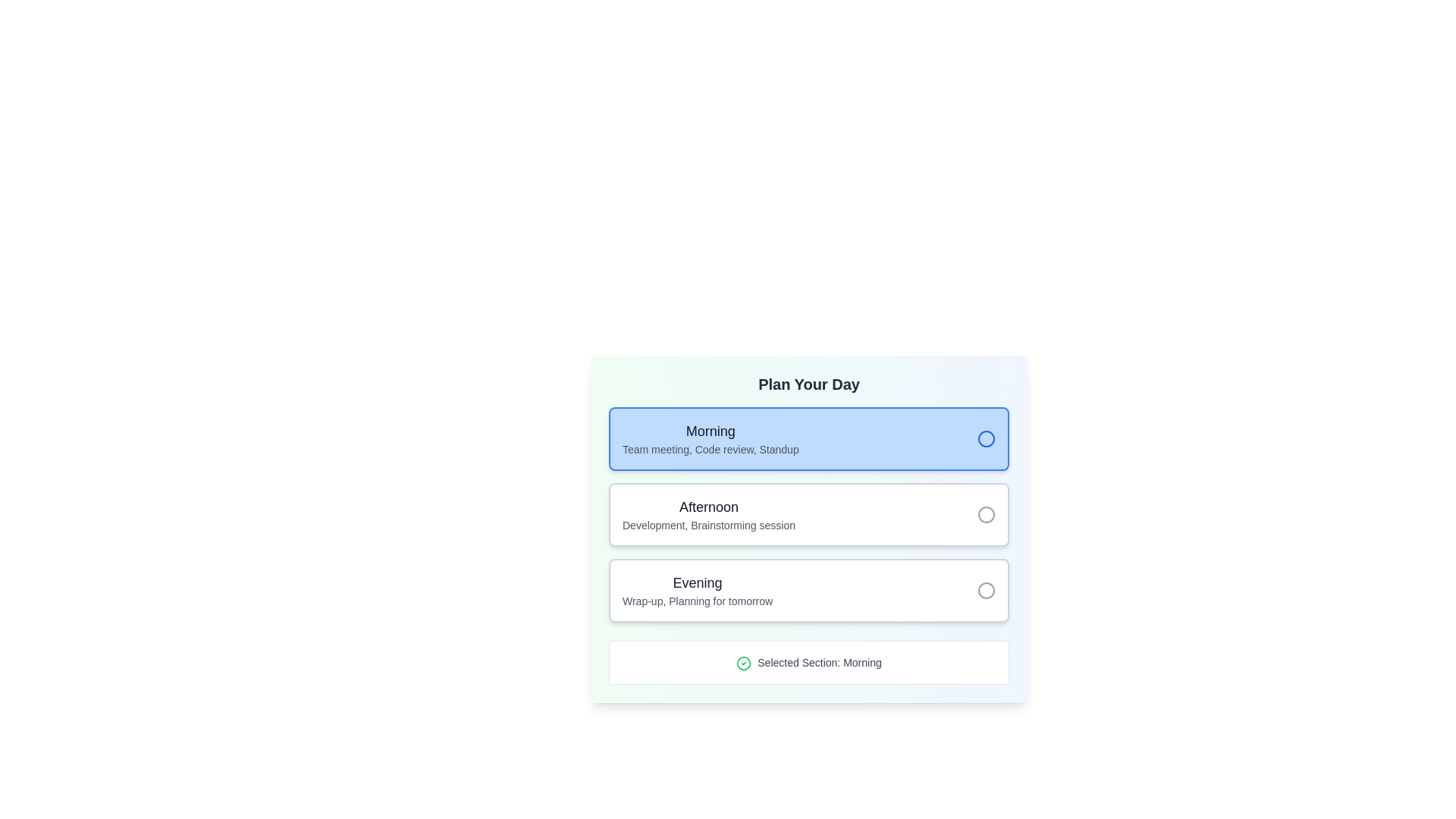 The image size is (1456, 819). I want to click on the Circular indicator button for the 'Afternoon' section, so click(986, 513).